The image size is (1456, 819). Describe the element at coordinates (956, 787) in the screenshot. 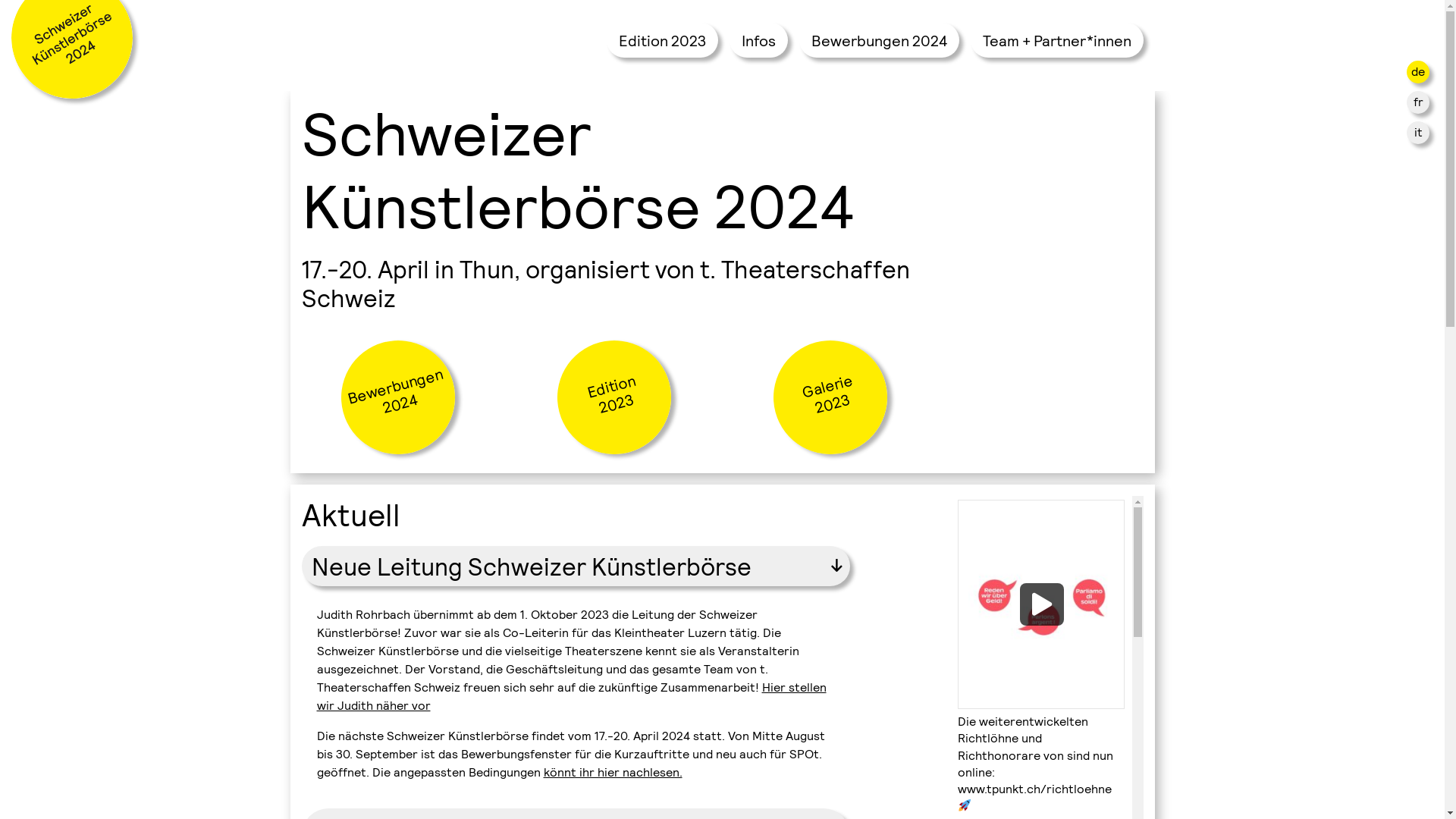

I see `'www.tpunkt.ch/richtloehne'` at that location.